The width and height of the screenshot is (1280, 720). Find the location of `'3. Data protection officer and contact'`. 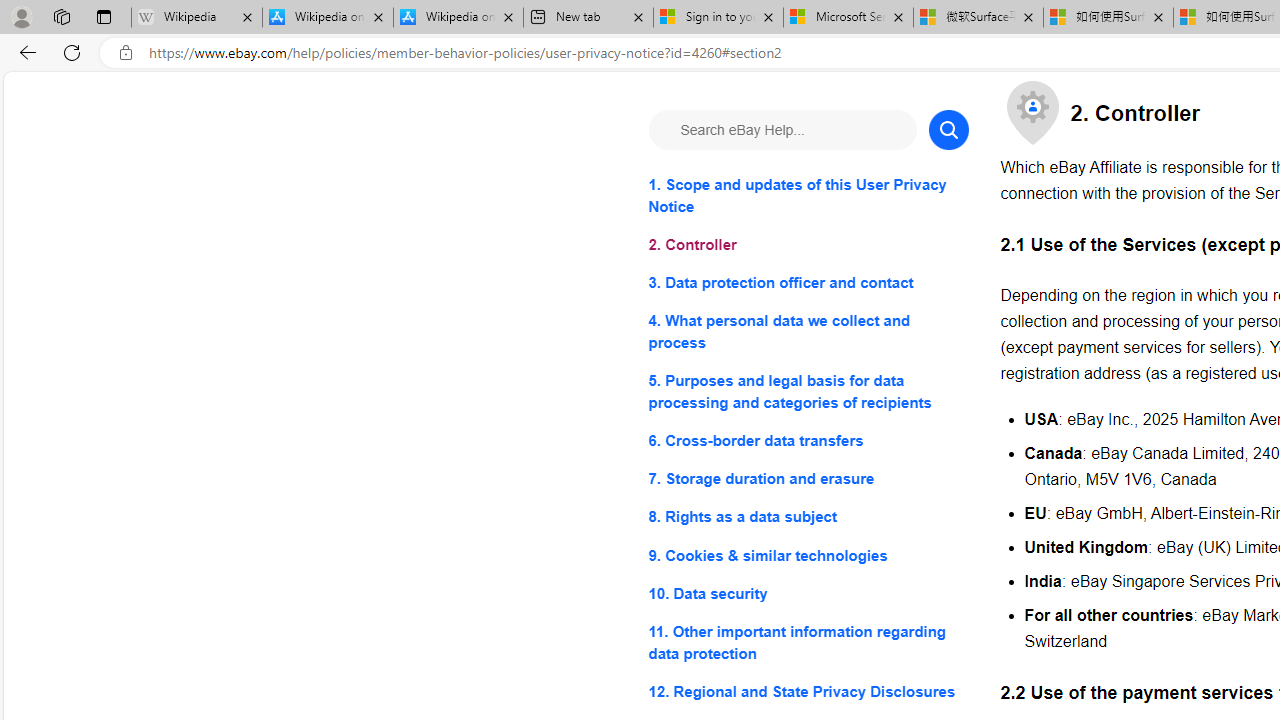

'3. Data protection officer and contact' is located at coordinates (808, 283).